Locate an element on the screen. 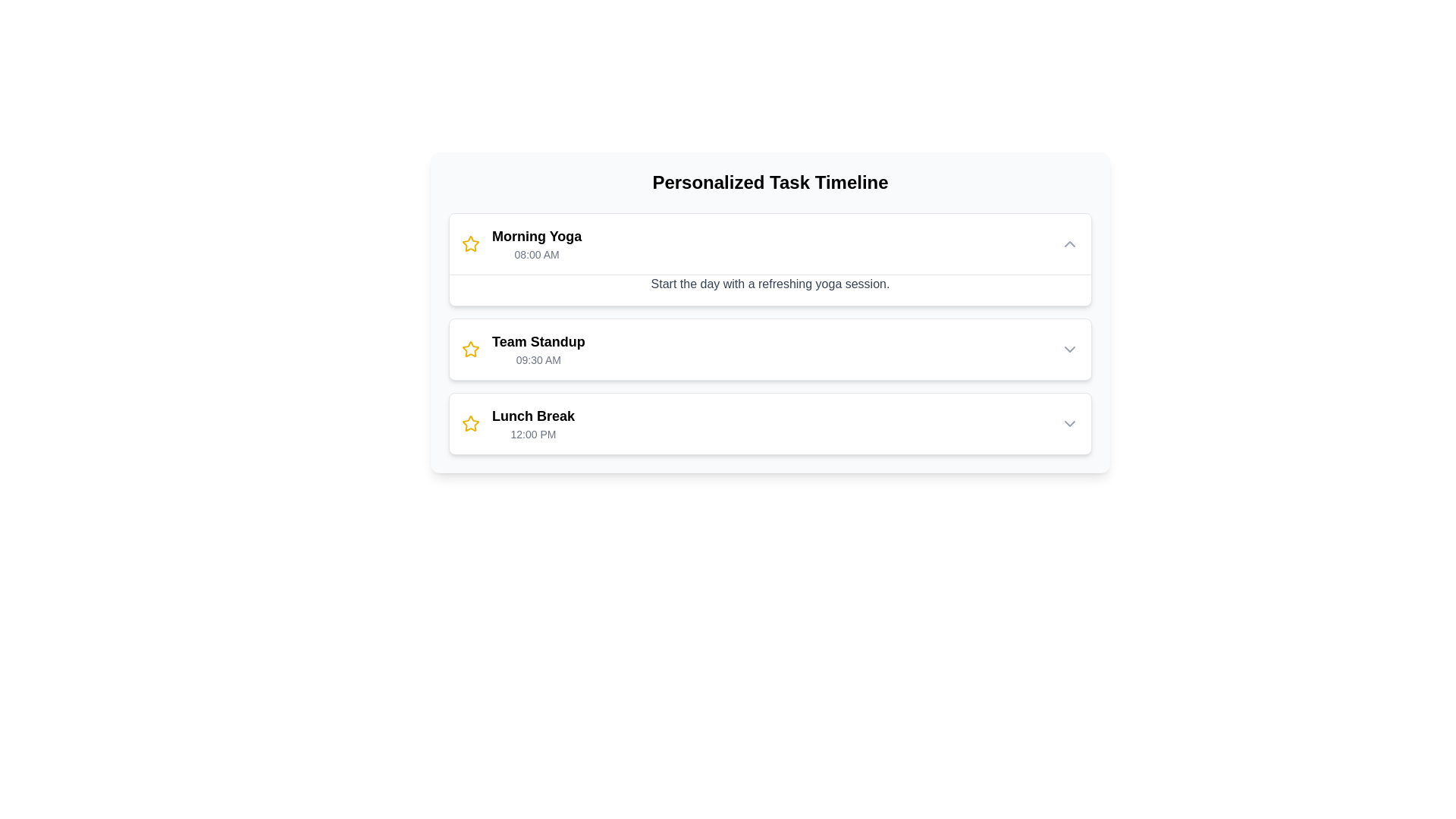 This screenshot has width=1456, height=819. descriptive text block displaying 'Start the day with a refreshing yoga session.' located in the middle section of the 'Morning Yoga' task box on the timeline interface is located at coordinates (770, 284).